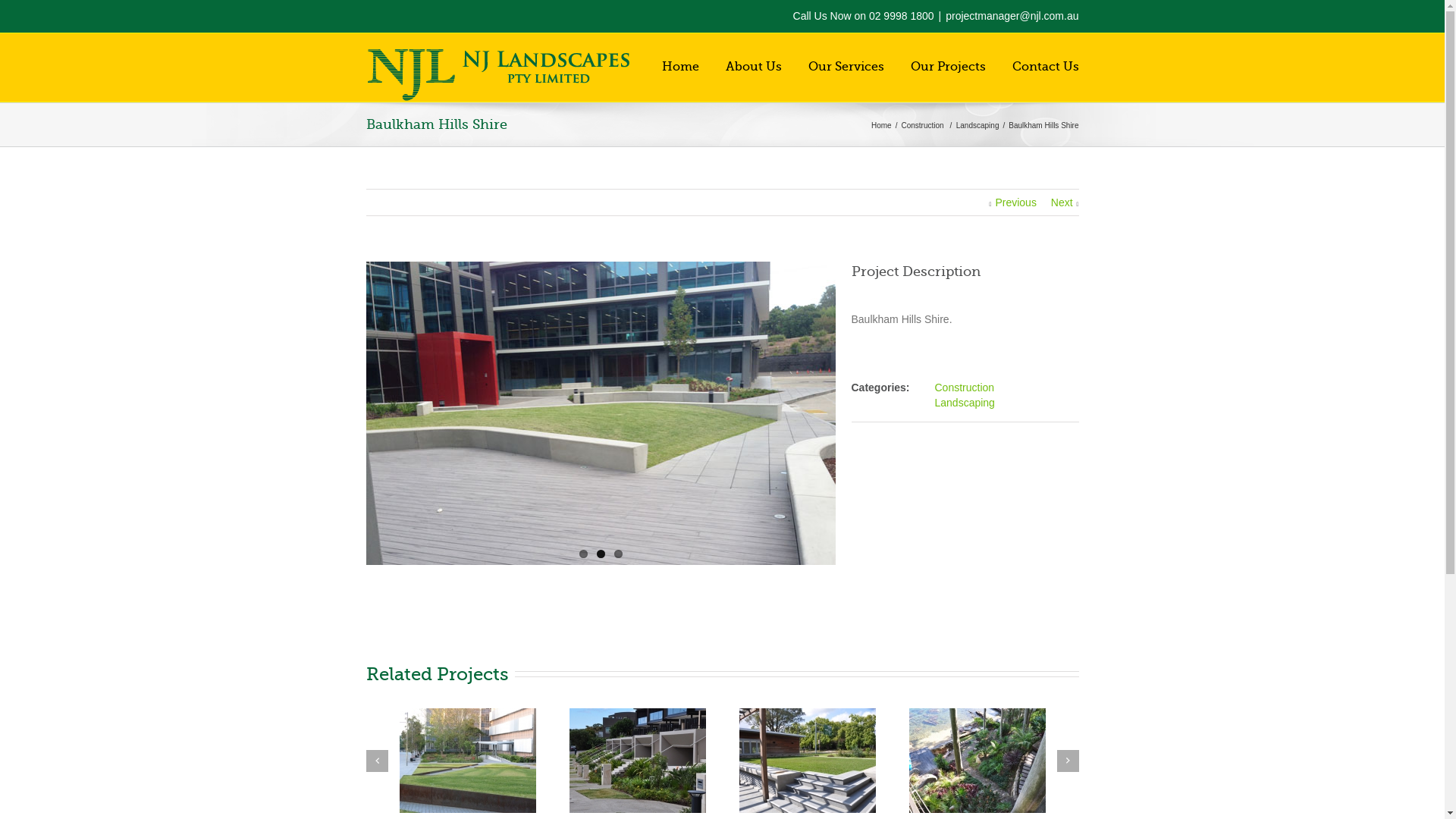  What do you see at coordinates (910, 65) in the screenshot?
I see `'Our Projects'` at bounding box center [910, 65].